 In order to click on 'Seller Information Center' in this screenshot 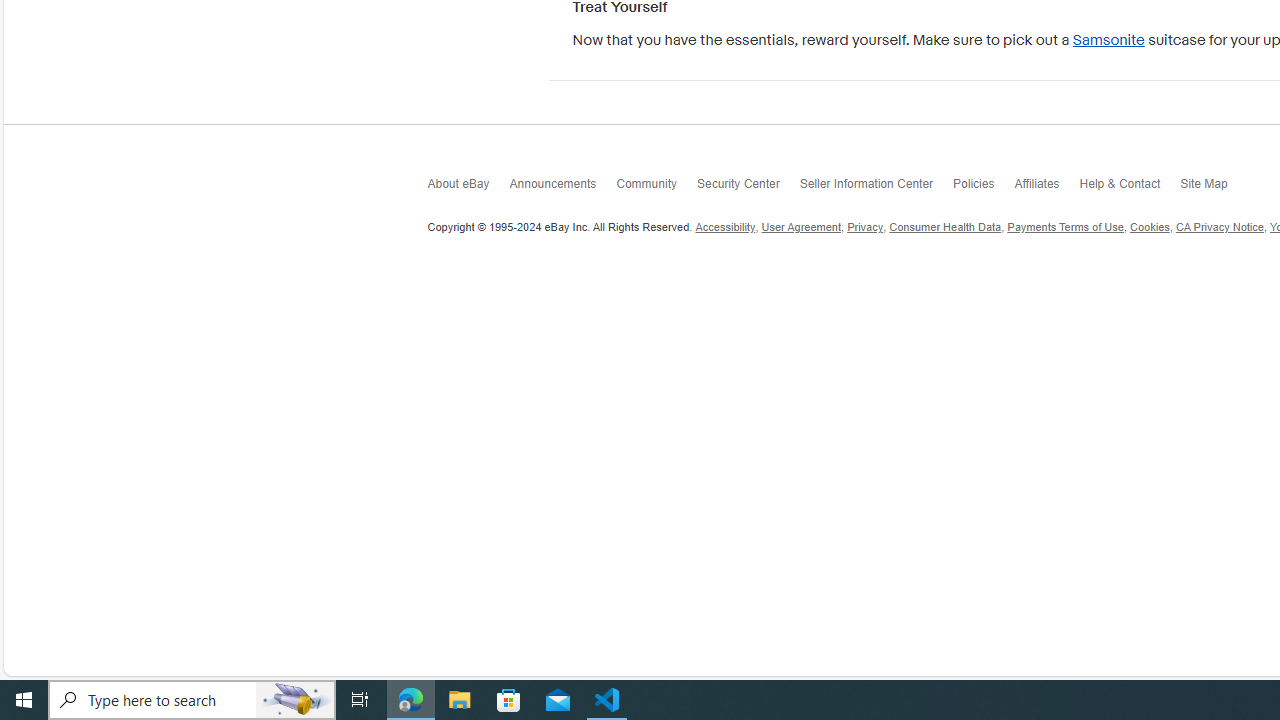, I will do `click(876, 187)`.